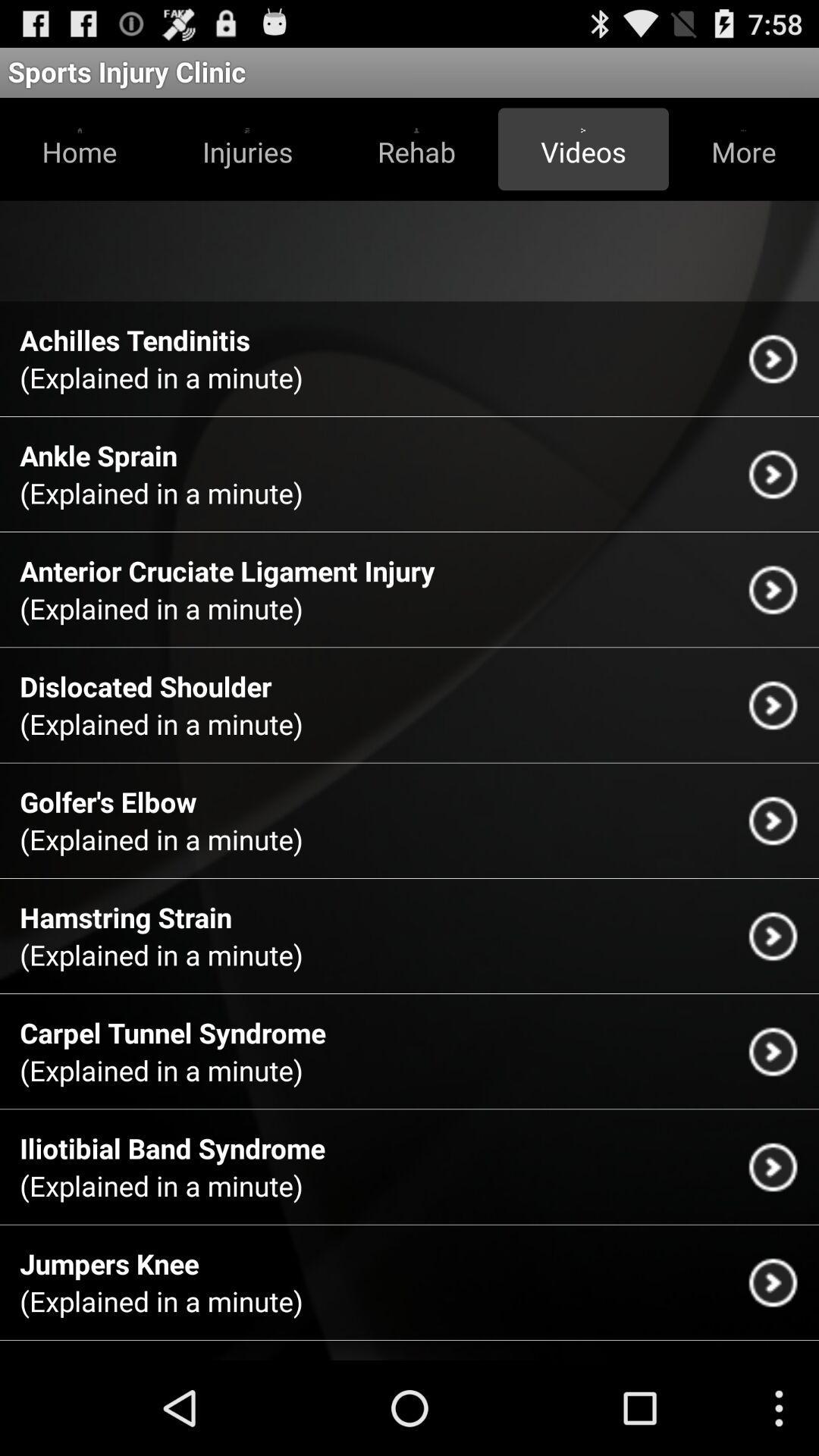 The height and width of the screenshot is (1456, 819). I want to click on the app above the explained in a, so click(134, 339).